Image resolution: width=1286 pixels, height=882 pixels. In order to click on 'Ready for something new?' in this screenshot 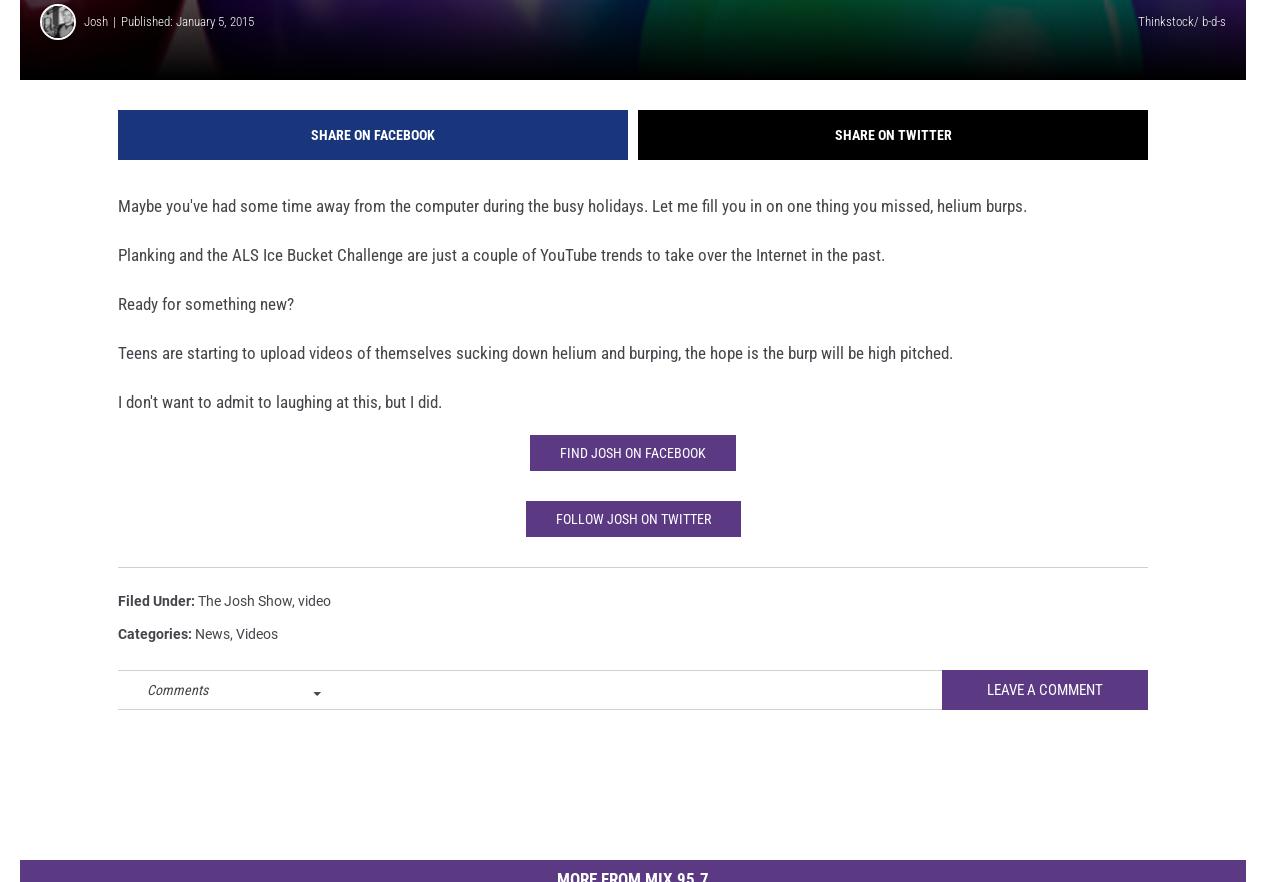, I will do `click(206, 331)`.